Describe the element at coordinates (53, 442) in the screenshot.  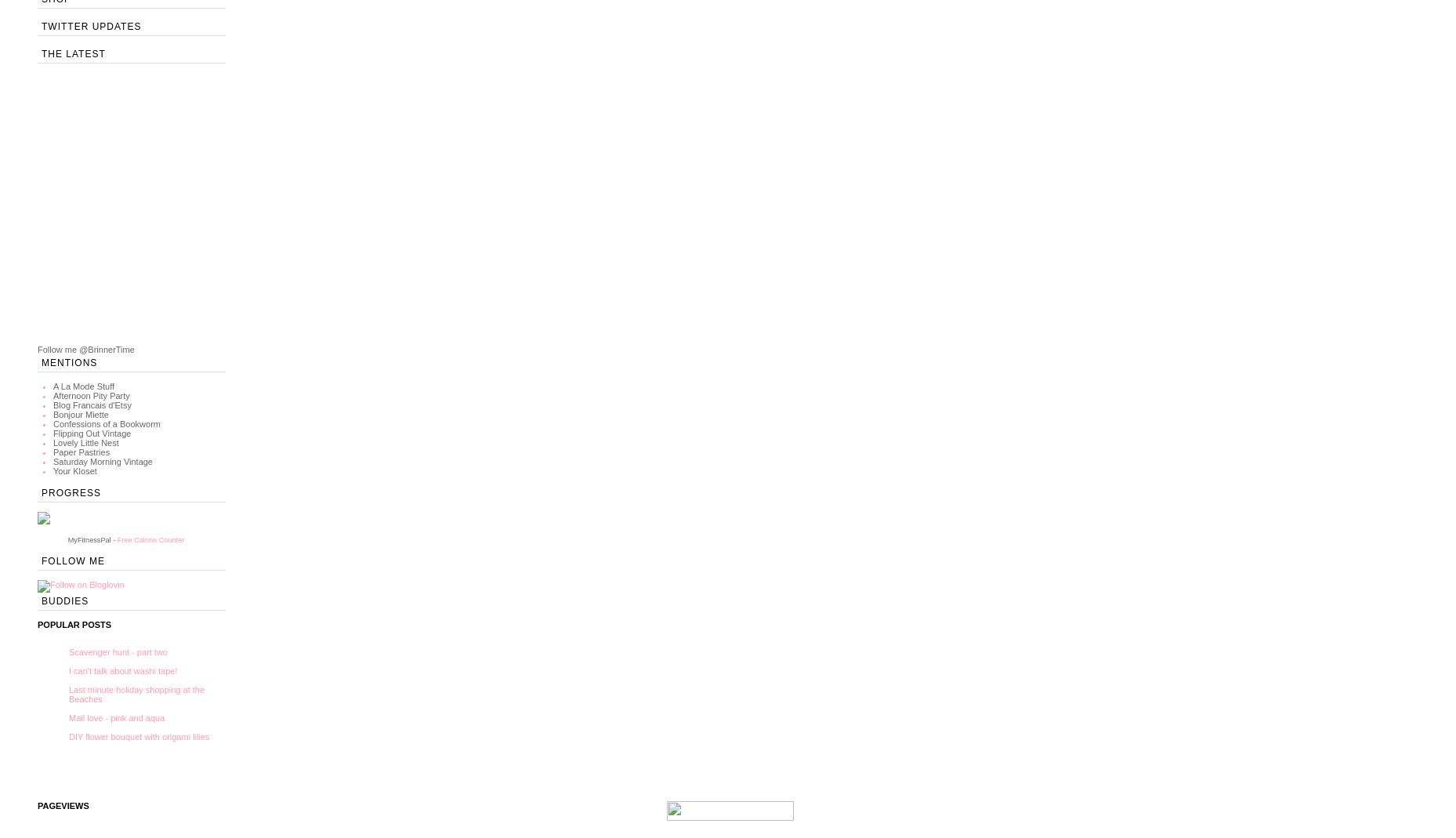
I see `'Lovely Little Nest'` at that location.